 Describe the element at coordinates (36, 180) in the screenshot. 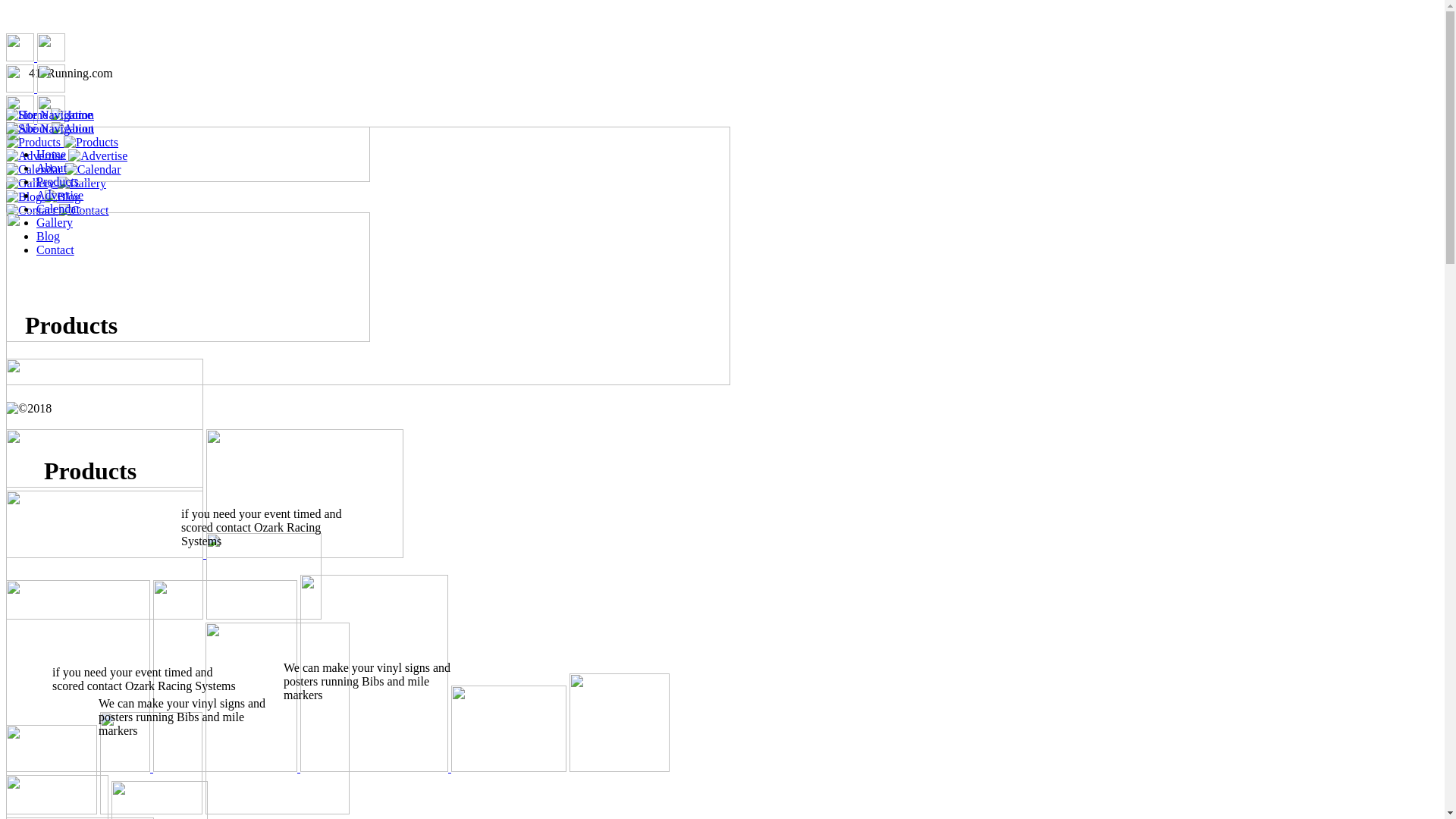

I see `'Products'` at that location.